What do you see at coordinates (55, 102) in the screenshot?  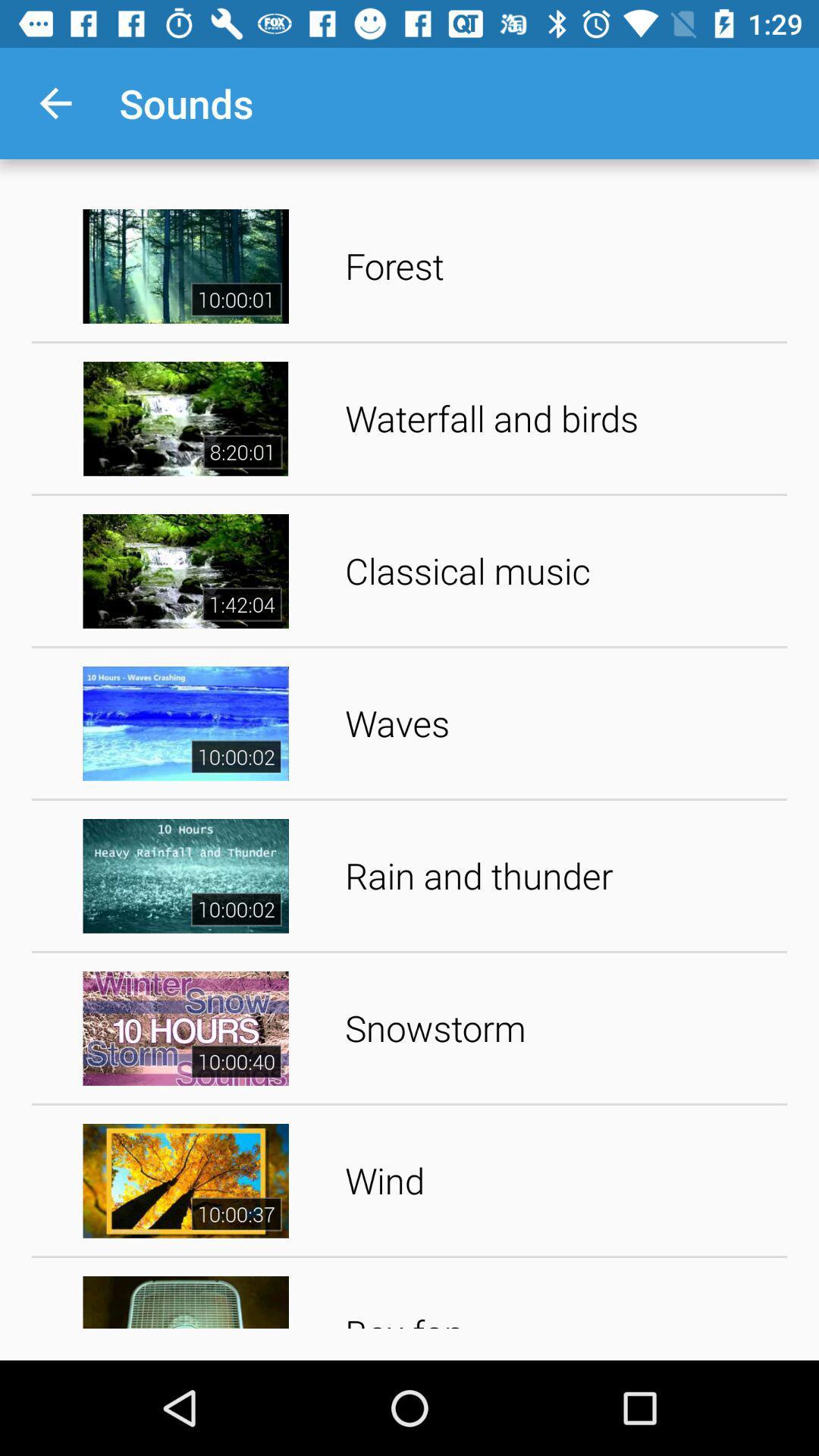 I see `the item to the left of sounds` at bounding box center [55, 102].